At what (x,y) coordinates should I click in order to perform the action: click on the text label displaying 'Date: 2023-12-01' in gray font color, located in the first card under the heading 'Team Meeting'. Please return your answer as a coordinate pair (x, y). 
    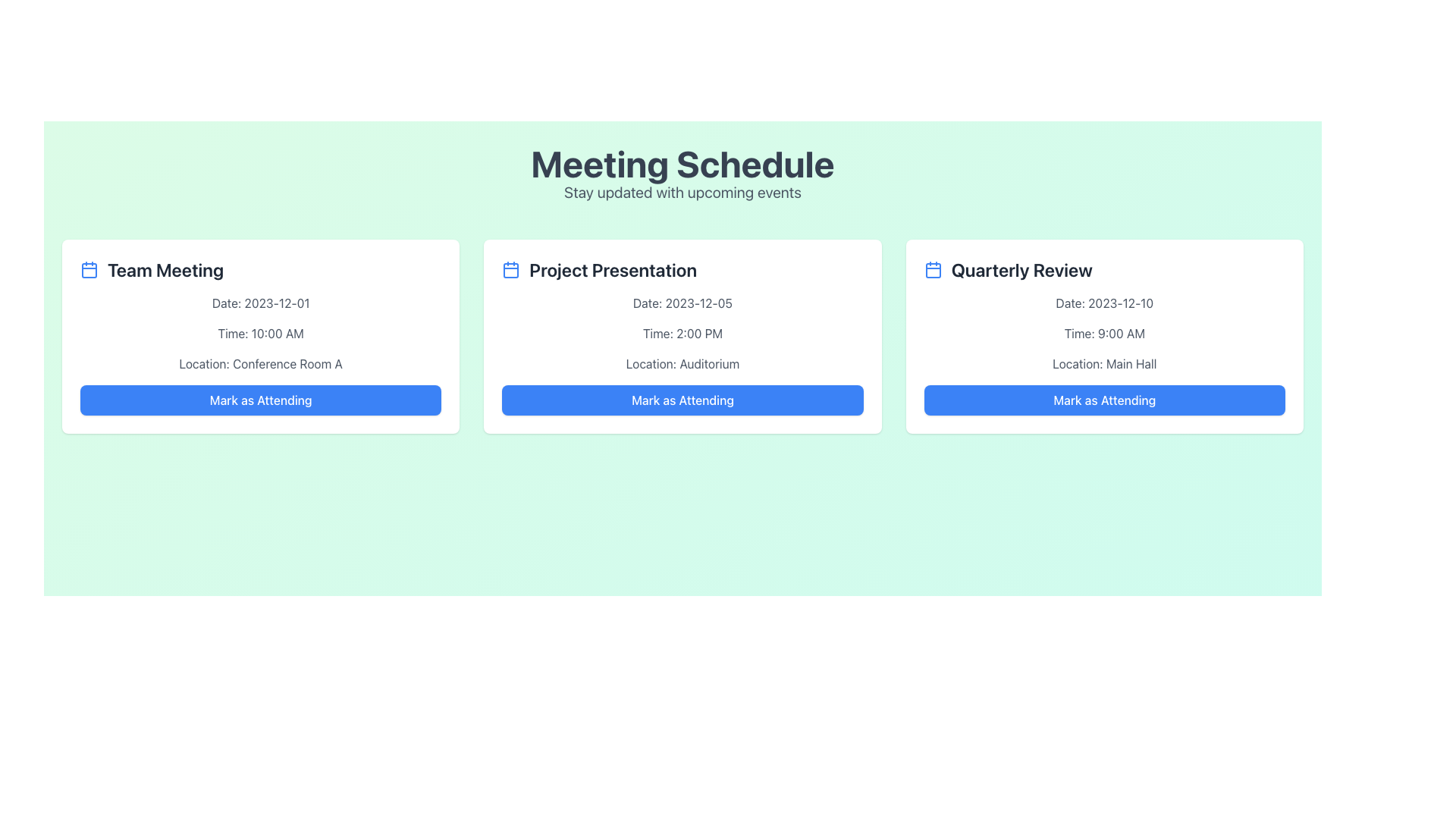
    Looking at the image, I should click on (261, 303).